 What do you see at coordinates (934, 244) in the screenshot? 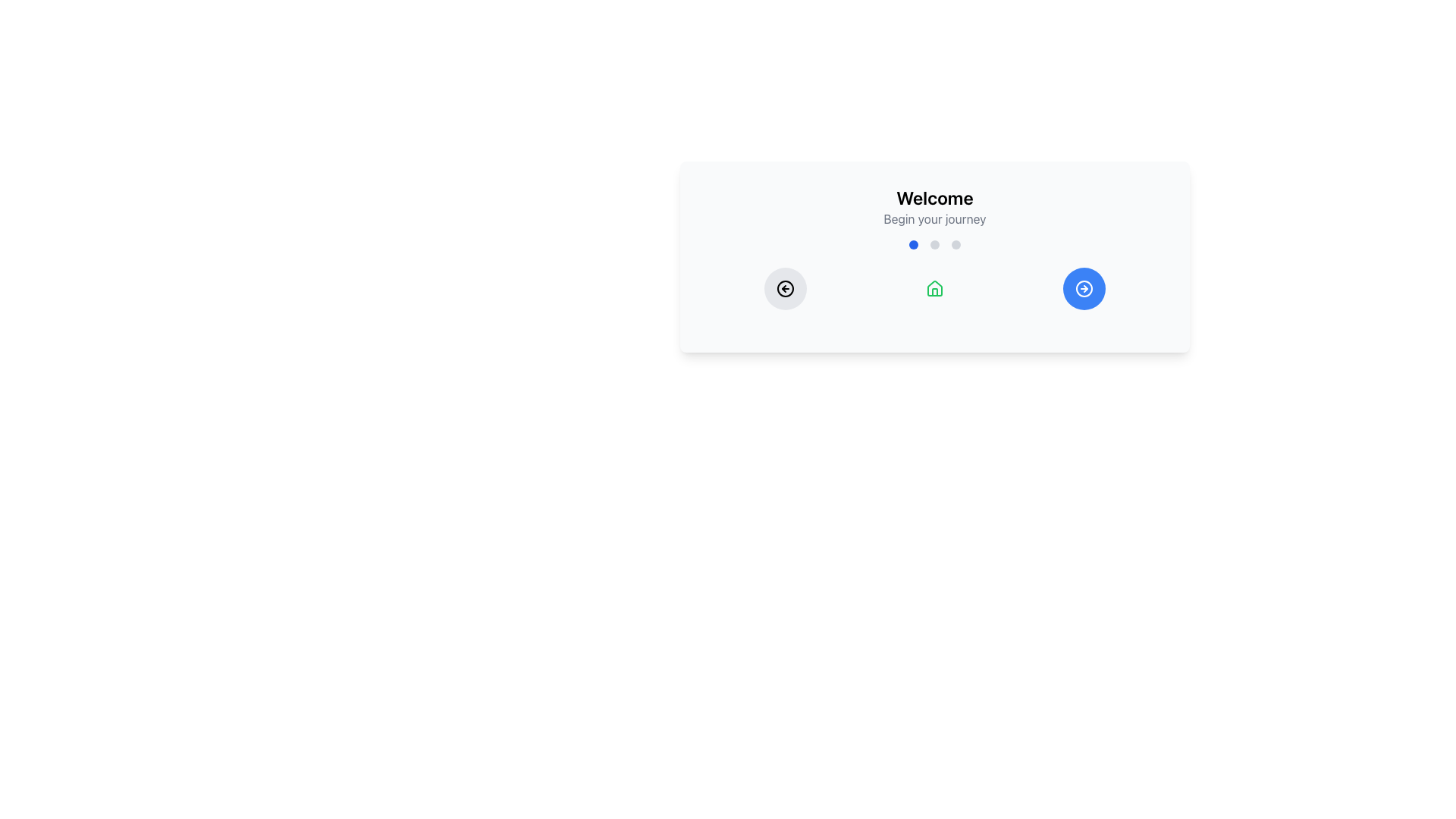
I see `the second circular inactive indicator located horizontally under the text 'Begin your journey'` at bounding box center [934, 244].